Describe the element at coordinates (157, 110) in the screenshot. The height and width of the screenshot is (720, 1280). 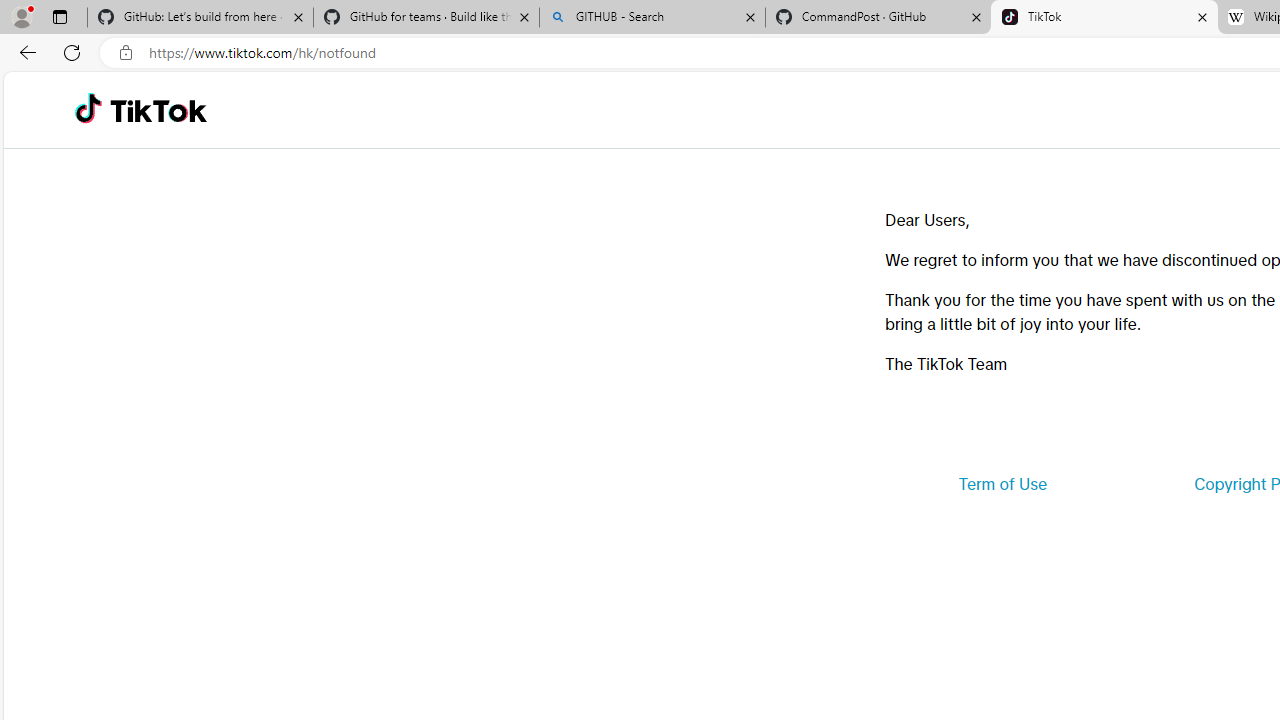
I see `'TikTok'` at that location.